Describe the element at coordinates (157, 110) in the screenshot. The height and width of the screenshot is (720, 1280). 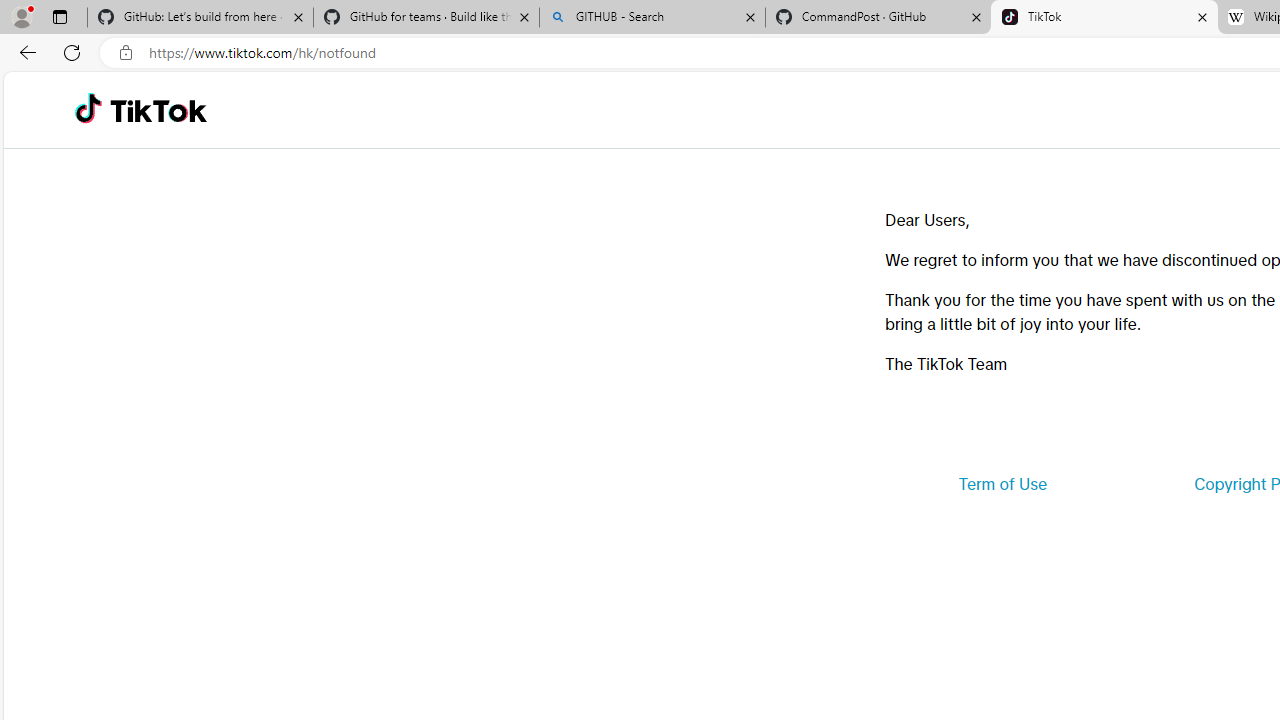
I see `'TikTok'` at that location.